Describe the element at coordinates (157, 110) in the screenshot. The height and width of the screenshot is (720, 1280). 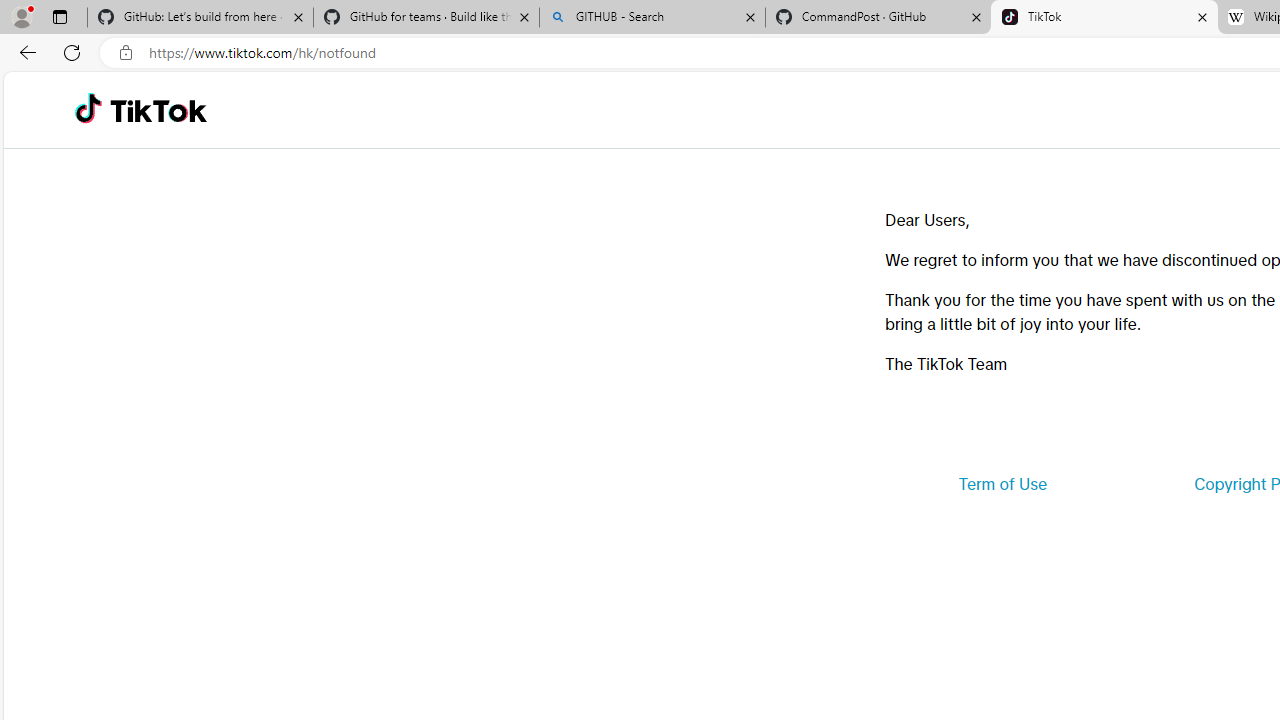
I see `'TikTok'` at that location.